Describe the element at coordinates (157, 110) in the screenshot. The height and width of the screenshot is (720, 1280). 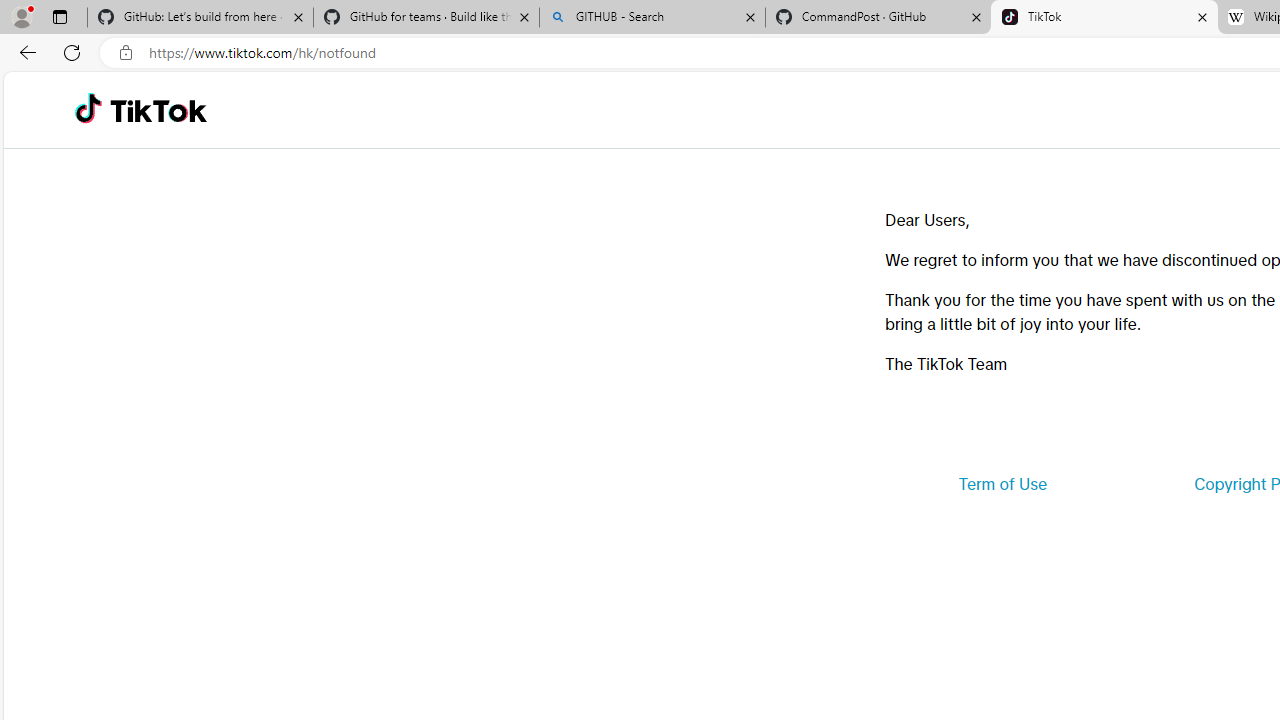
I see `'TikTok'` at that location.